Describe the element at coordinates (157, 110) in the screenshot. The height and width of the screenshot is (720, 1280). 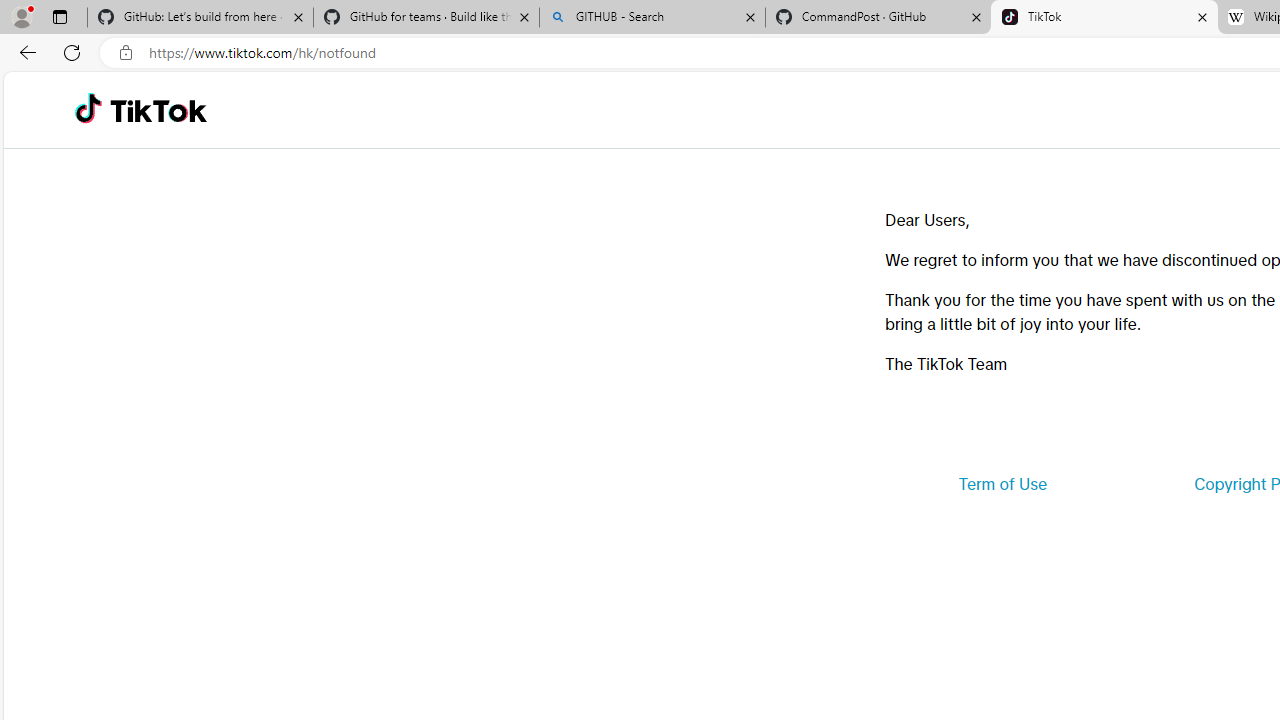
I see `'TikTok'` at that location.